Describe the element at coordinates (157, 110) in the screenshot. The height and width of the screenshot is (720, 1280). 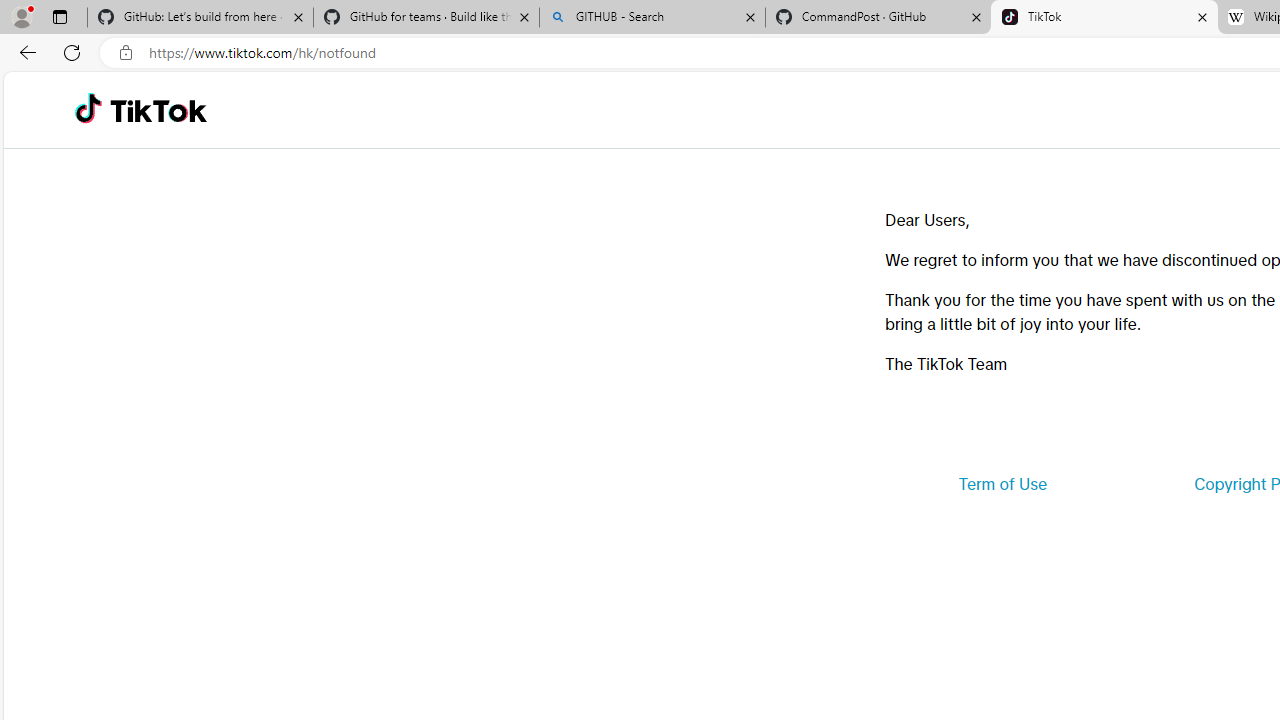
I see `'TikTok'` at that location.